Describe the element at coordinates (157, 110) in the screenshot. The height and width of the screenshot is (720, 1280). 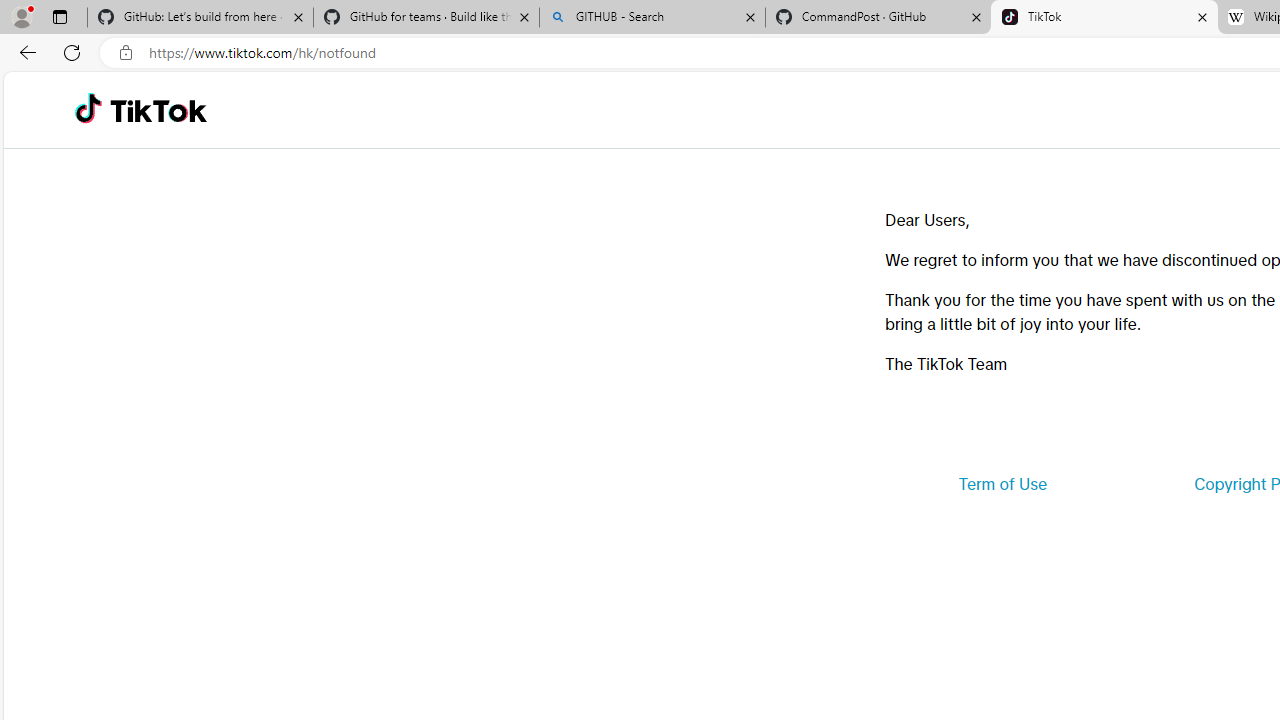
I see `'TikTok'` at that location.